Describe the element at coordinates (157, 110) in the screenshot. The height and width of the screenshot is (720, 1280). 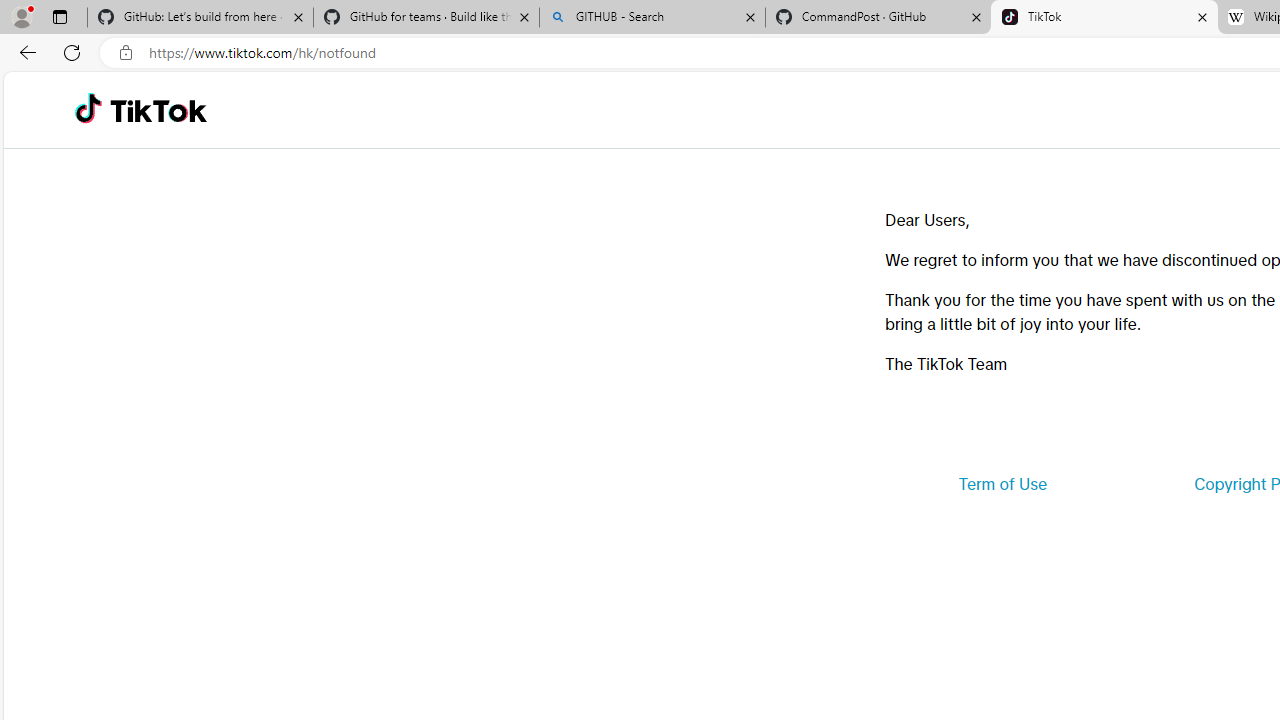
I see `'TikTok'` at that location.